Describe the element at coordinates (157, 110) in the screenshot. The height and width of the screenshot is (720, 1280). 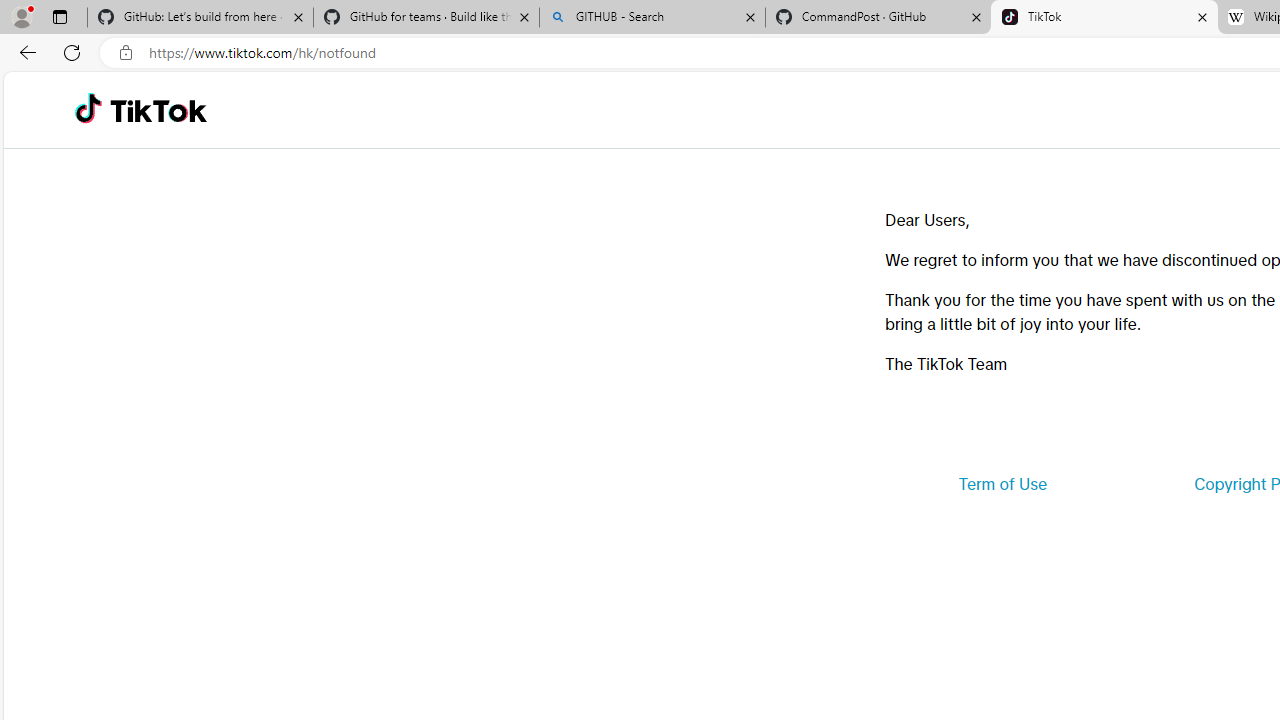
I see `'TikTok'` at that location.